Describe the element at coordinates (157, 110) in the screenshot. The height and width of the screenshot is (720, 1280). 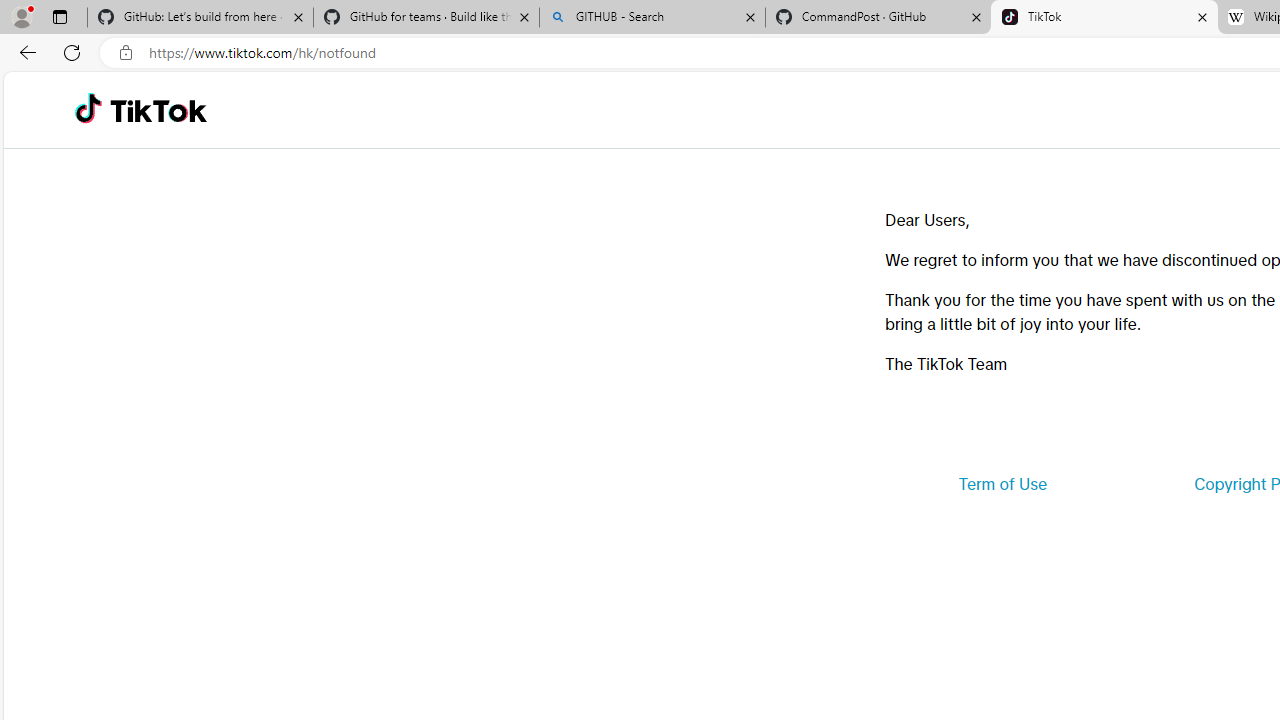
I see `'TikTok'` at that location.